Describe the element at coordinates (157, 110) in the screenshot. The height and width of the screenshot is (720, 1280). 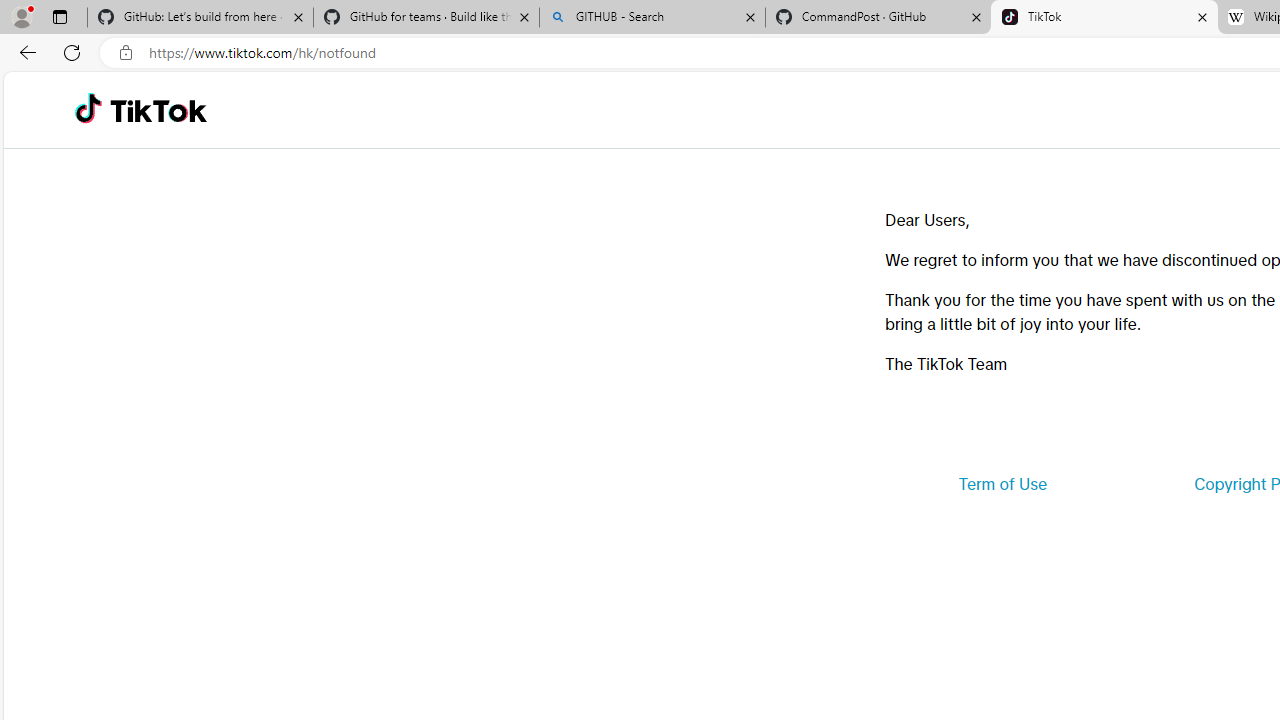
I see `'TikTok'` at that location.